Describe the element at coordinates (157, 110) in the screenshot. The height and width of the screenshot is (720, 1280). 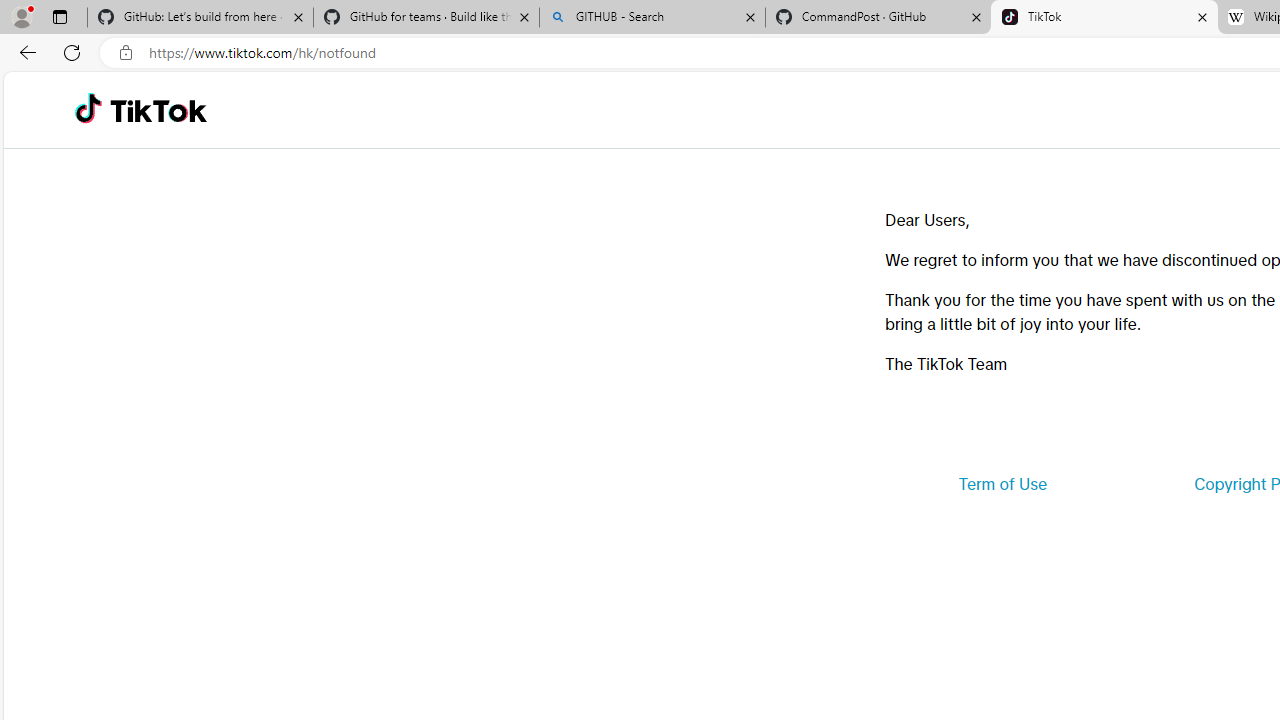
I see `'TikTok'` at that location.